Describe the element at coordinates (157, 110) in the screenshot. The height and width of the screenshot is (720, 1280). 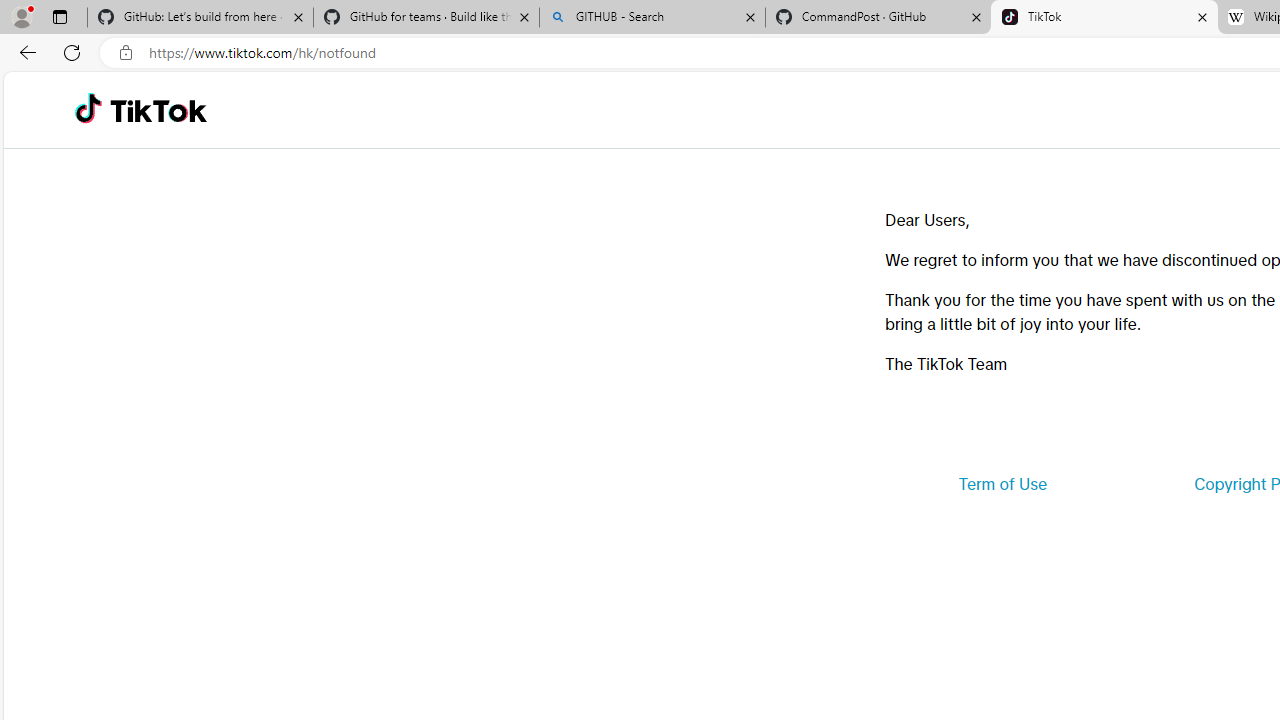
I see `'TikTok'` at that location.